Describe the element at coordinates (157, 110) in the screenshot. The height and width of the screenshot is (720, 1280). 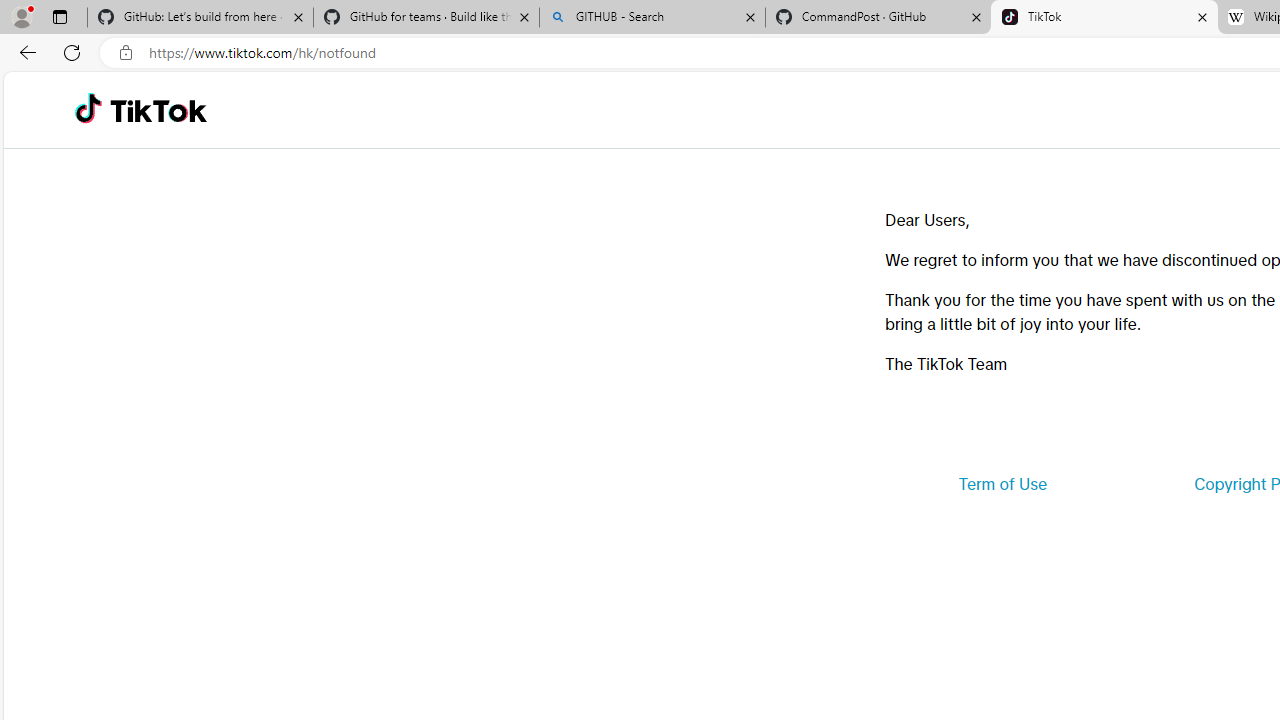
I see `'TikTok'` at that location.